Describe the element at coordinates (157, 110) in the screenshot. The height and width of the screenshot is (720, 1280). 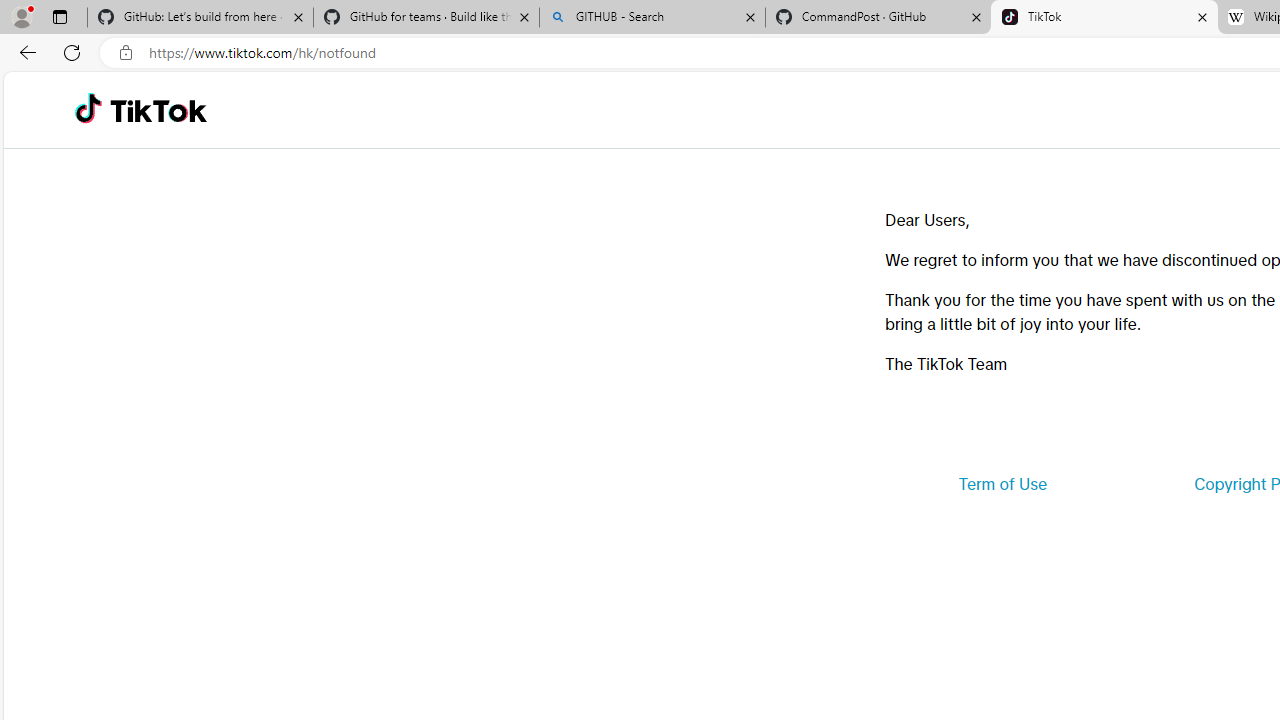
I see `'TikTok'` at that location.